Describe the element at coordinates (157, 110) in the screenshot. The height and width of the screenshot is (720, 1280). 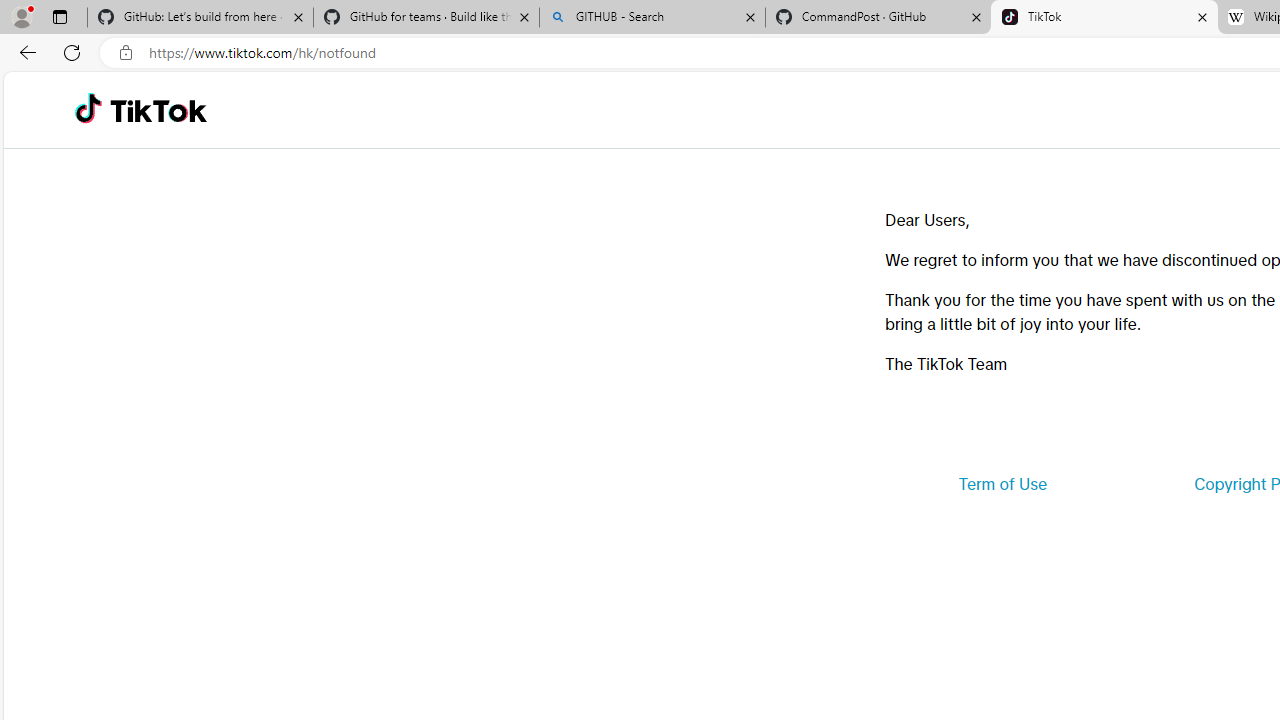
I see `'TikTok'` at that location.